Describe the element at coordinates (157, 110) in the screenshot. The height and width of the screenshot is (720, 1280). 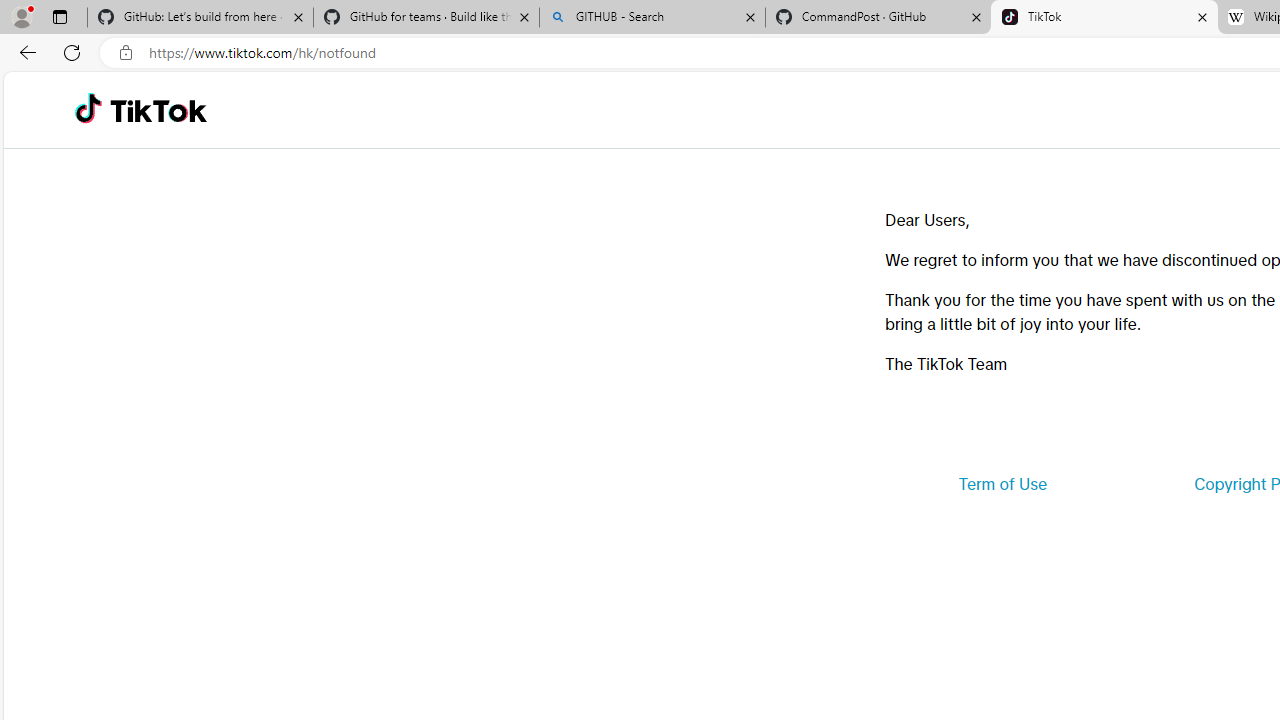
I see `'TikTok'` at that location.